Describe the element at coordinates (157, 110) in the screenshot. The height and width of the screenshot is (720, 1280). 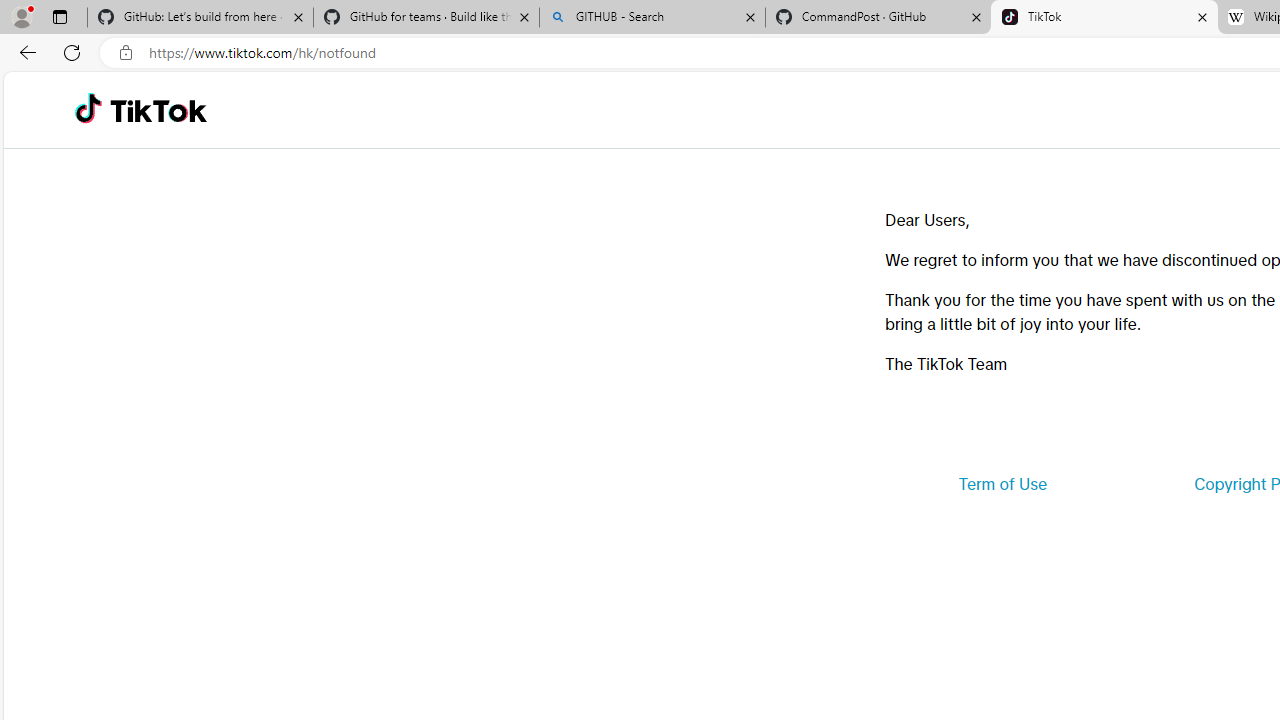
I see `'TikTok'` at that location.